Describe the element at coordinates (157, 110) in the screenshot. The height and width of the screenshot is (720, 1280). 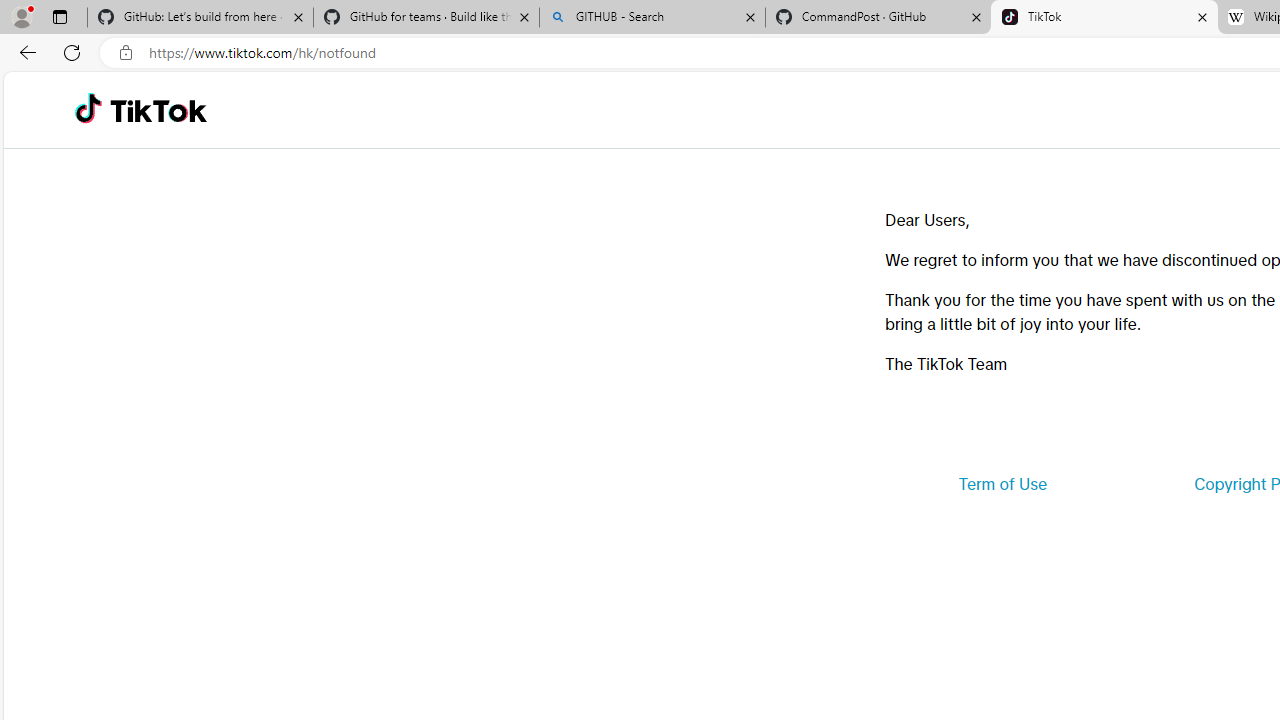
I see `'TikTok'` at that location.